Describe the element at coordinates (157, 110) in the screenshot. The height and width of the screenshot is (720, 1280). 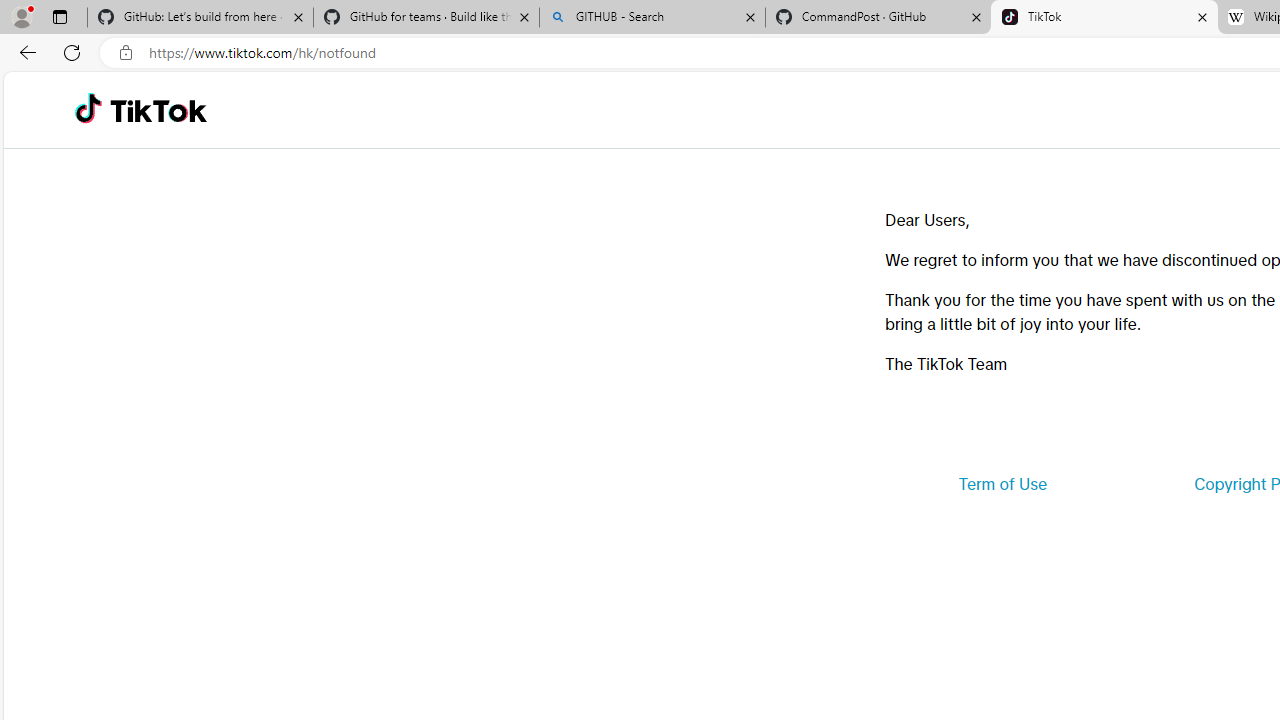
I see `'TikTok'` at that location.